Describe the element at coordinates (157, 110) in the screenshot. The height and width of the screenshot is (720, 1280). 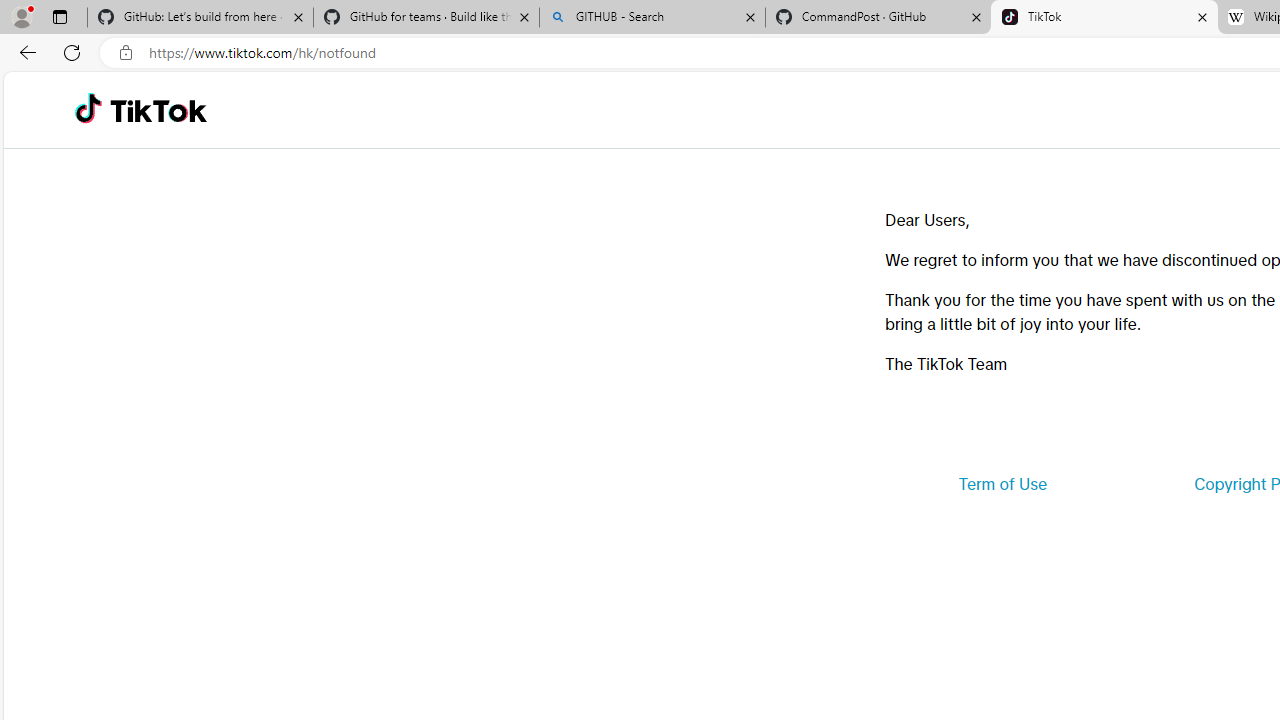
I see `'TikTok'` at that location.